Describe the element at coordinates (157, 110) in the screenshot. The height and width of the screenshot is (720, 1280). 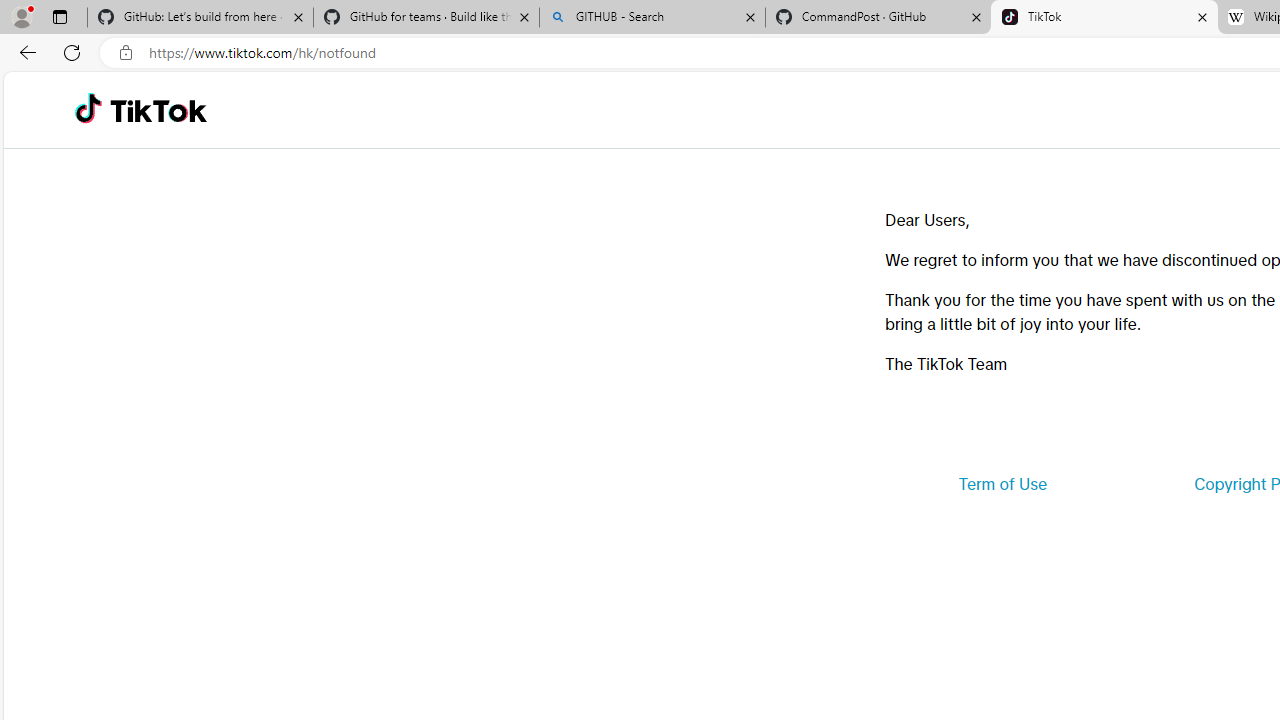
I see `'TikTok'` at that location.